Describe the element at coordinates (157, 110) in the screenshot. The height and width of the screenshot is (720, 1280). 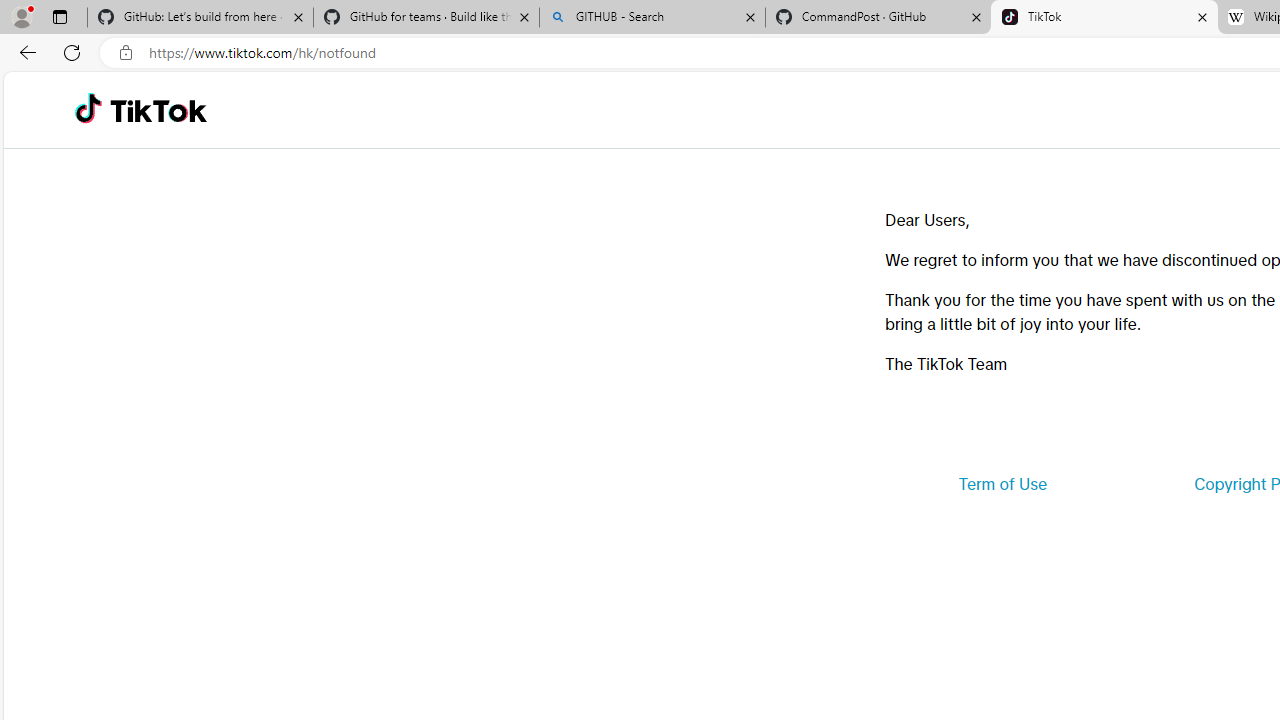
I see `'TikTok'` at that location.